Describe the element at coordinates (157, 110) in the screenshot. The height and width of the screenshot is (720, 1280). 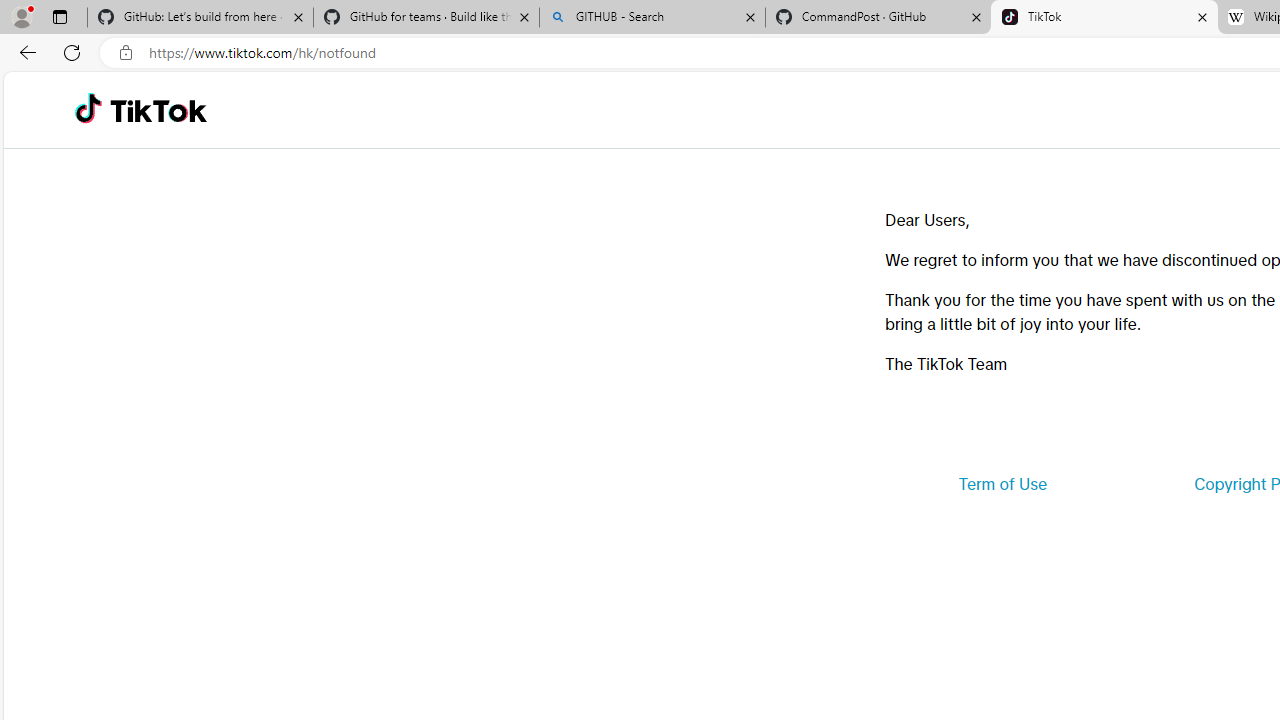
I see `'TikTok'` at that location.